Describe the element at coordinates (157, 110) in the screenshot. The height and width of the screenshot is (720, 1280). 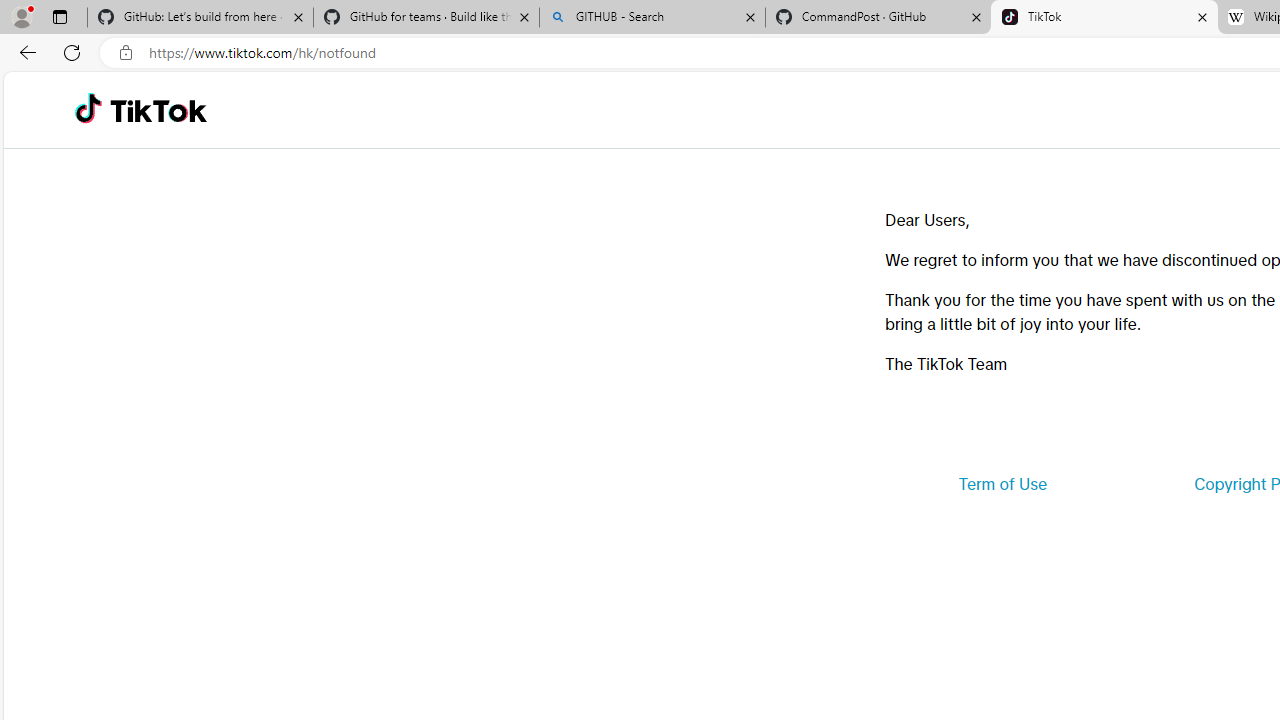
I see `'TikTok'` at that location.